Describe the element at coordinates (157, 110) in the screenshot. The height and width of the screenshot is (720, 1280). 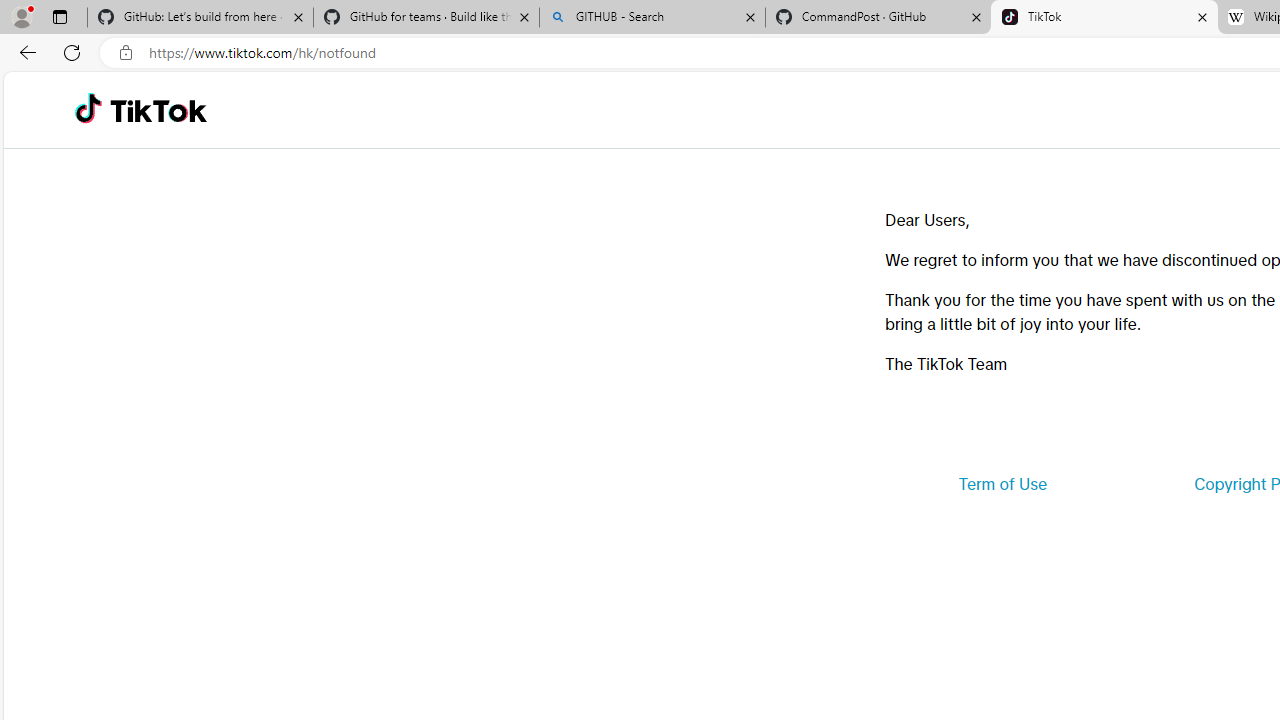
I see `'TikTok'` at that location.